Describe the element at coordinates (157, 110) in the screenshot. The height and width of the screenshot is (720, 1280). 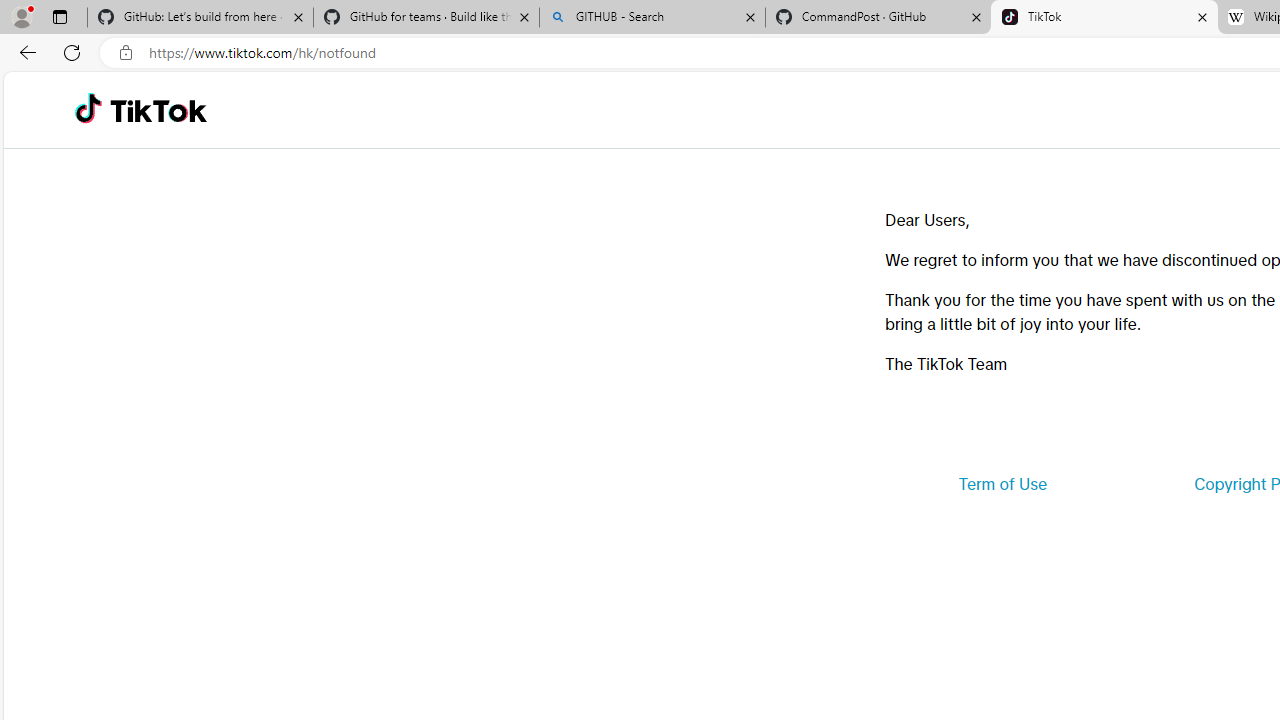
I see `'TikTok'` at that location.